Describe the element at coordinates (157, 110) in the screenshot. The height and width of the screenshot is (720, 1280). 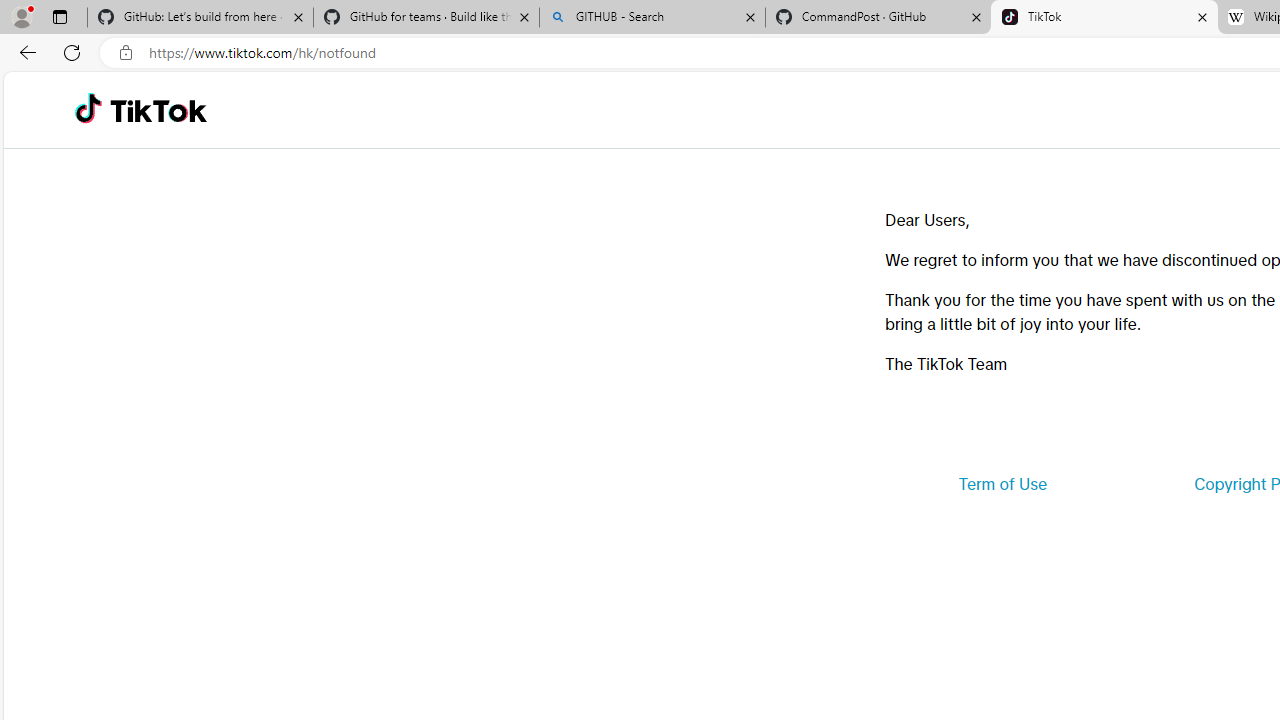
I see `'TikTok'` at that location.